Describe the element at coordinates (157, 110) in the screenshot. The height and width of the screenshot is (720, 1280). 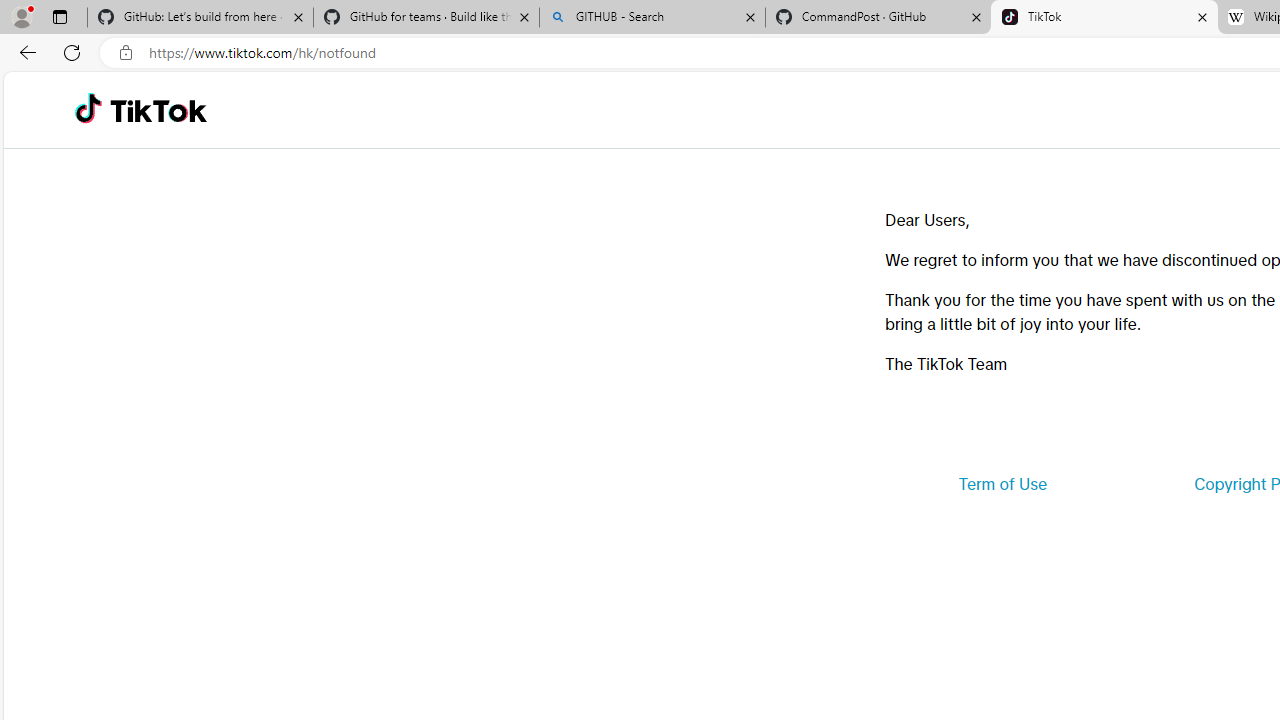
I see `'TikTok'` at that location.